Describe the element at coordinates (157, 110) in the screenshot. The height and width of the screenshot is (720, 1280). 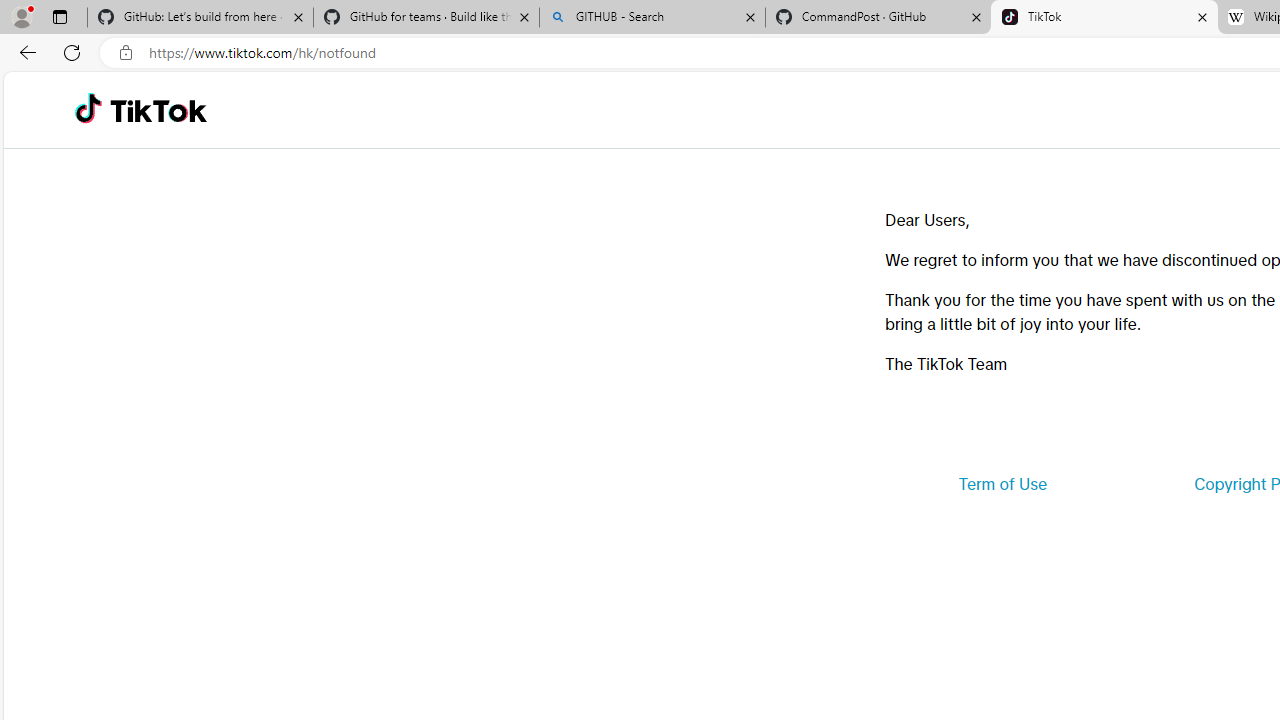
I see `'TikTok'` at that location.